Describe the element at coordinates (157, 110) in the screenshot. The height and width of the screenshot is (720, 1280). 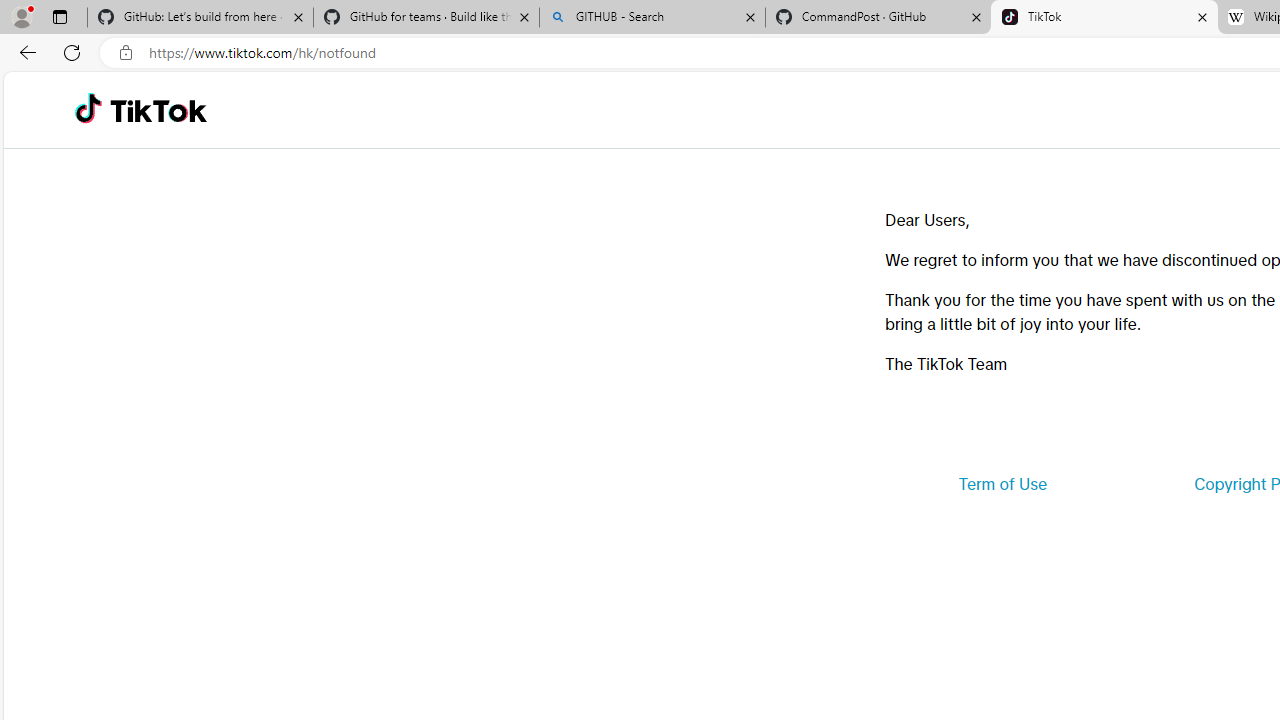
I see `'TikTok'` at that location.